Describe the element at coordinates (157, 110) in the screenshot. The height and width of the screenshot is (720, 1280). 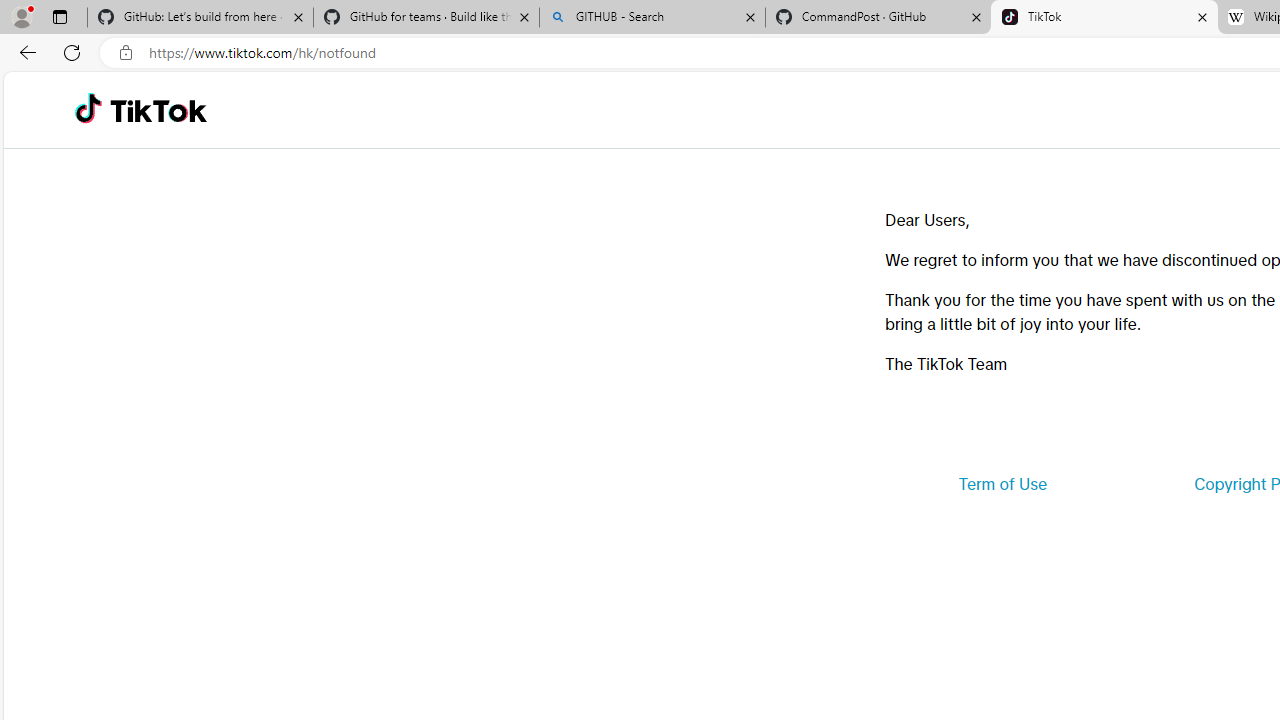
I see `'TikTok'` at that location.